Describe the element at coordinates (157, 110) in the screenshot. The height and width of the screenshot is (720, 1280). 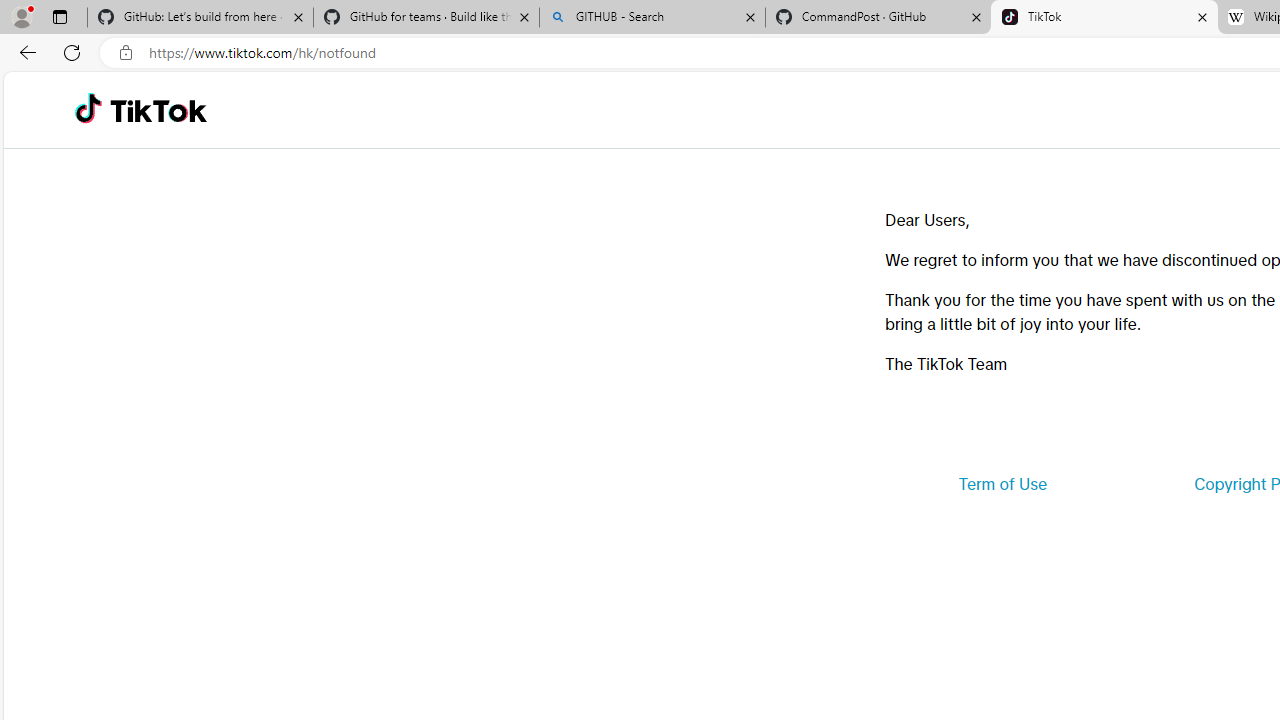
I see `'TikTok'` at that location.